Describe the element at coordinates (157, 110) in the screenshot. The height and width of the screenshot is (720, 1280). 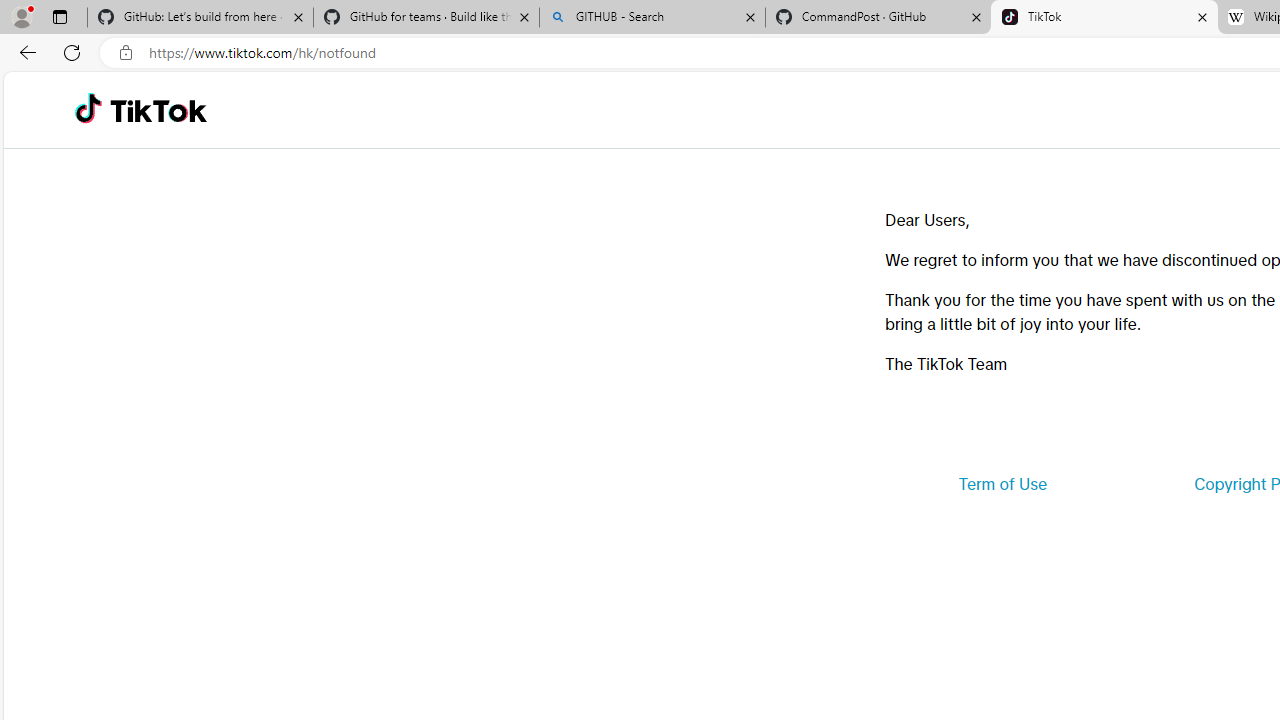
I see `'TikTok'` at that location.